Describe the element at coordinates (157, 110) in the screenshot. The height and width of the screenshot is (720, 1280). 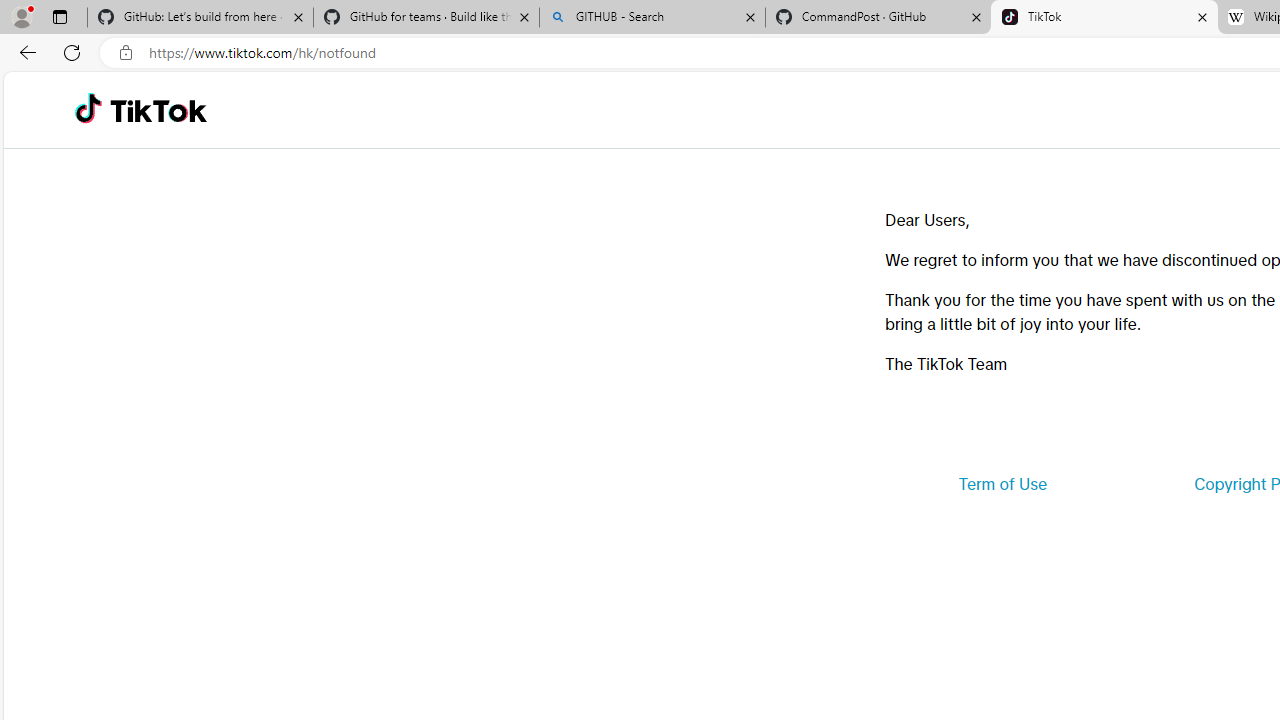
I see `'TikTok'` at that location.